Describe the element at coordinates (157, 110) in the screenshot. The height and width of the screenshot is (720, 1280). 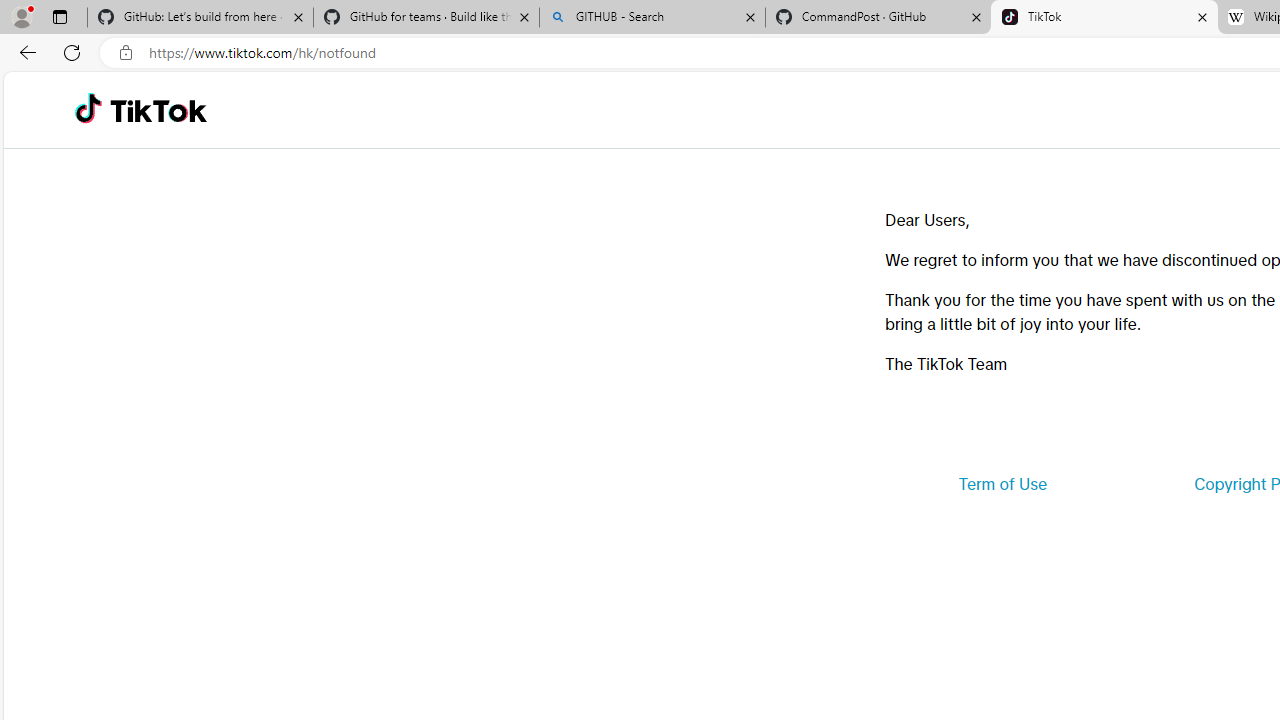
I see `'TikTok'` at that location.